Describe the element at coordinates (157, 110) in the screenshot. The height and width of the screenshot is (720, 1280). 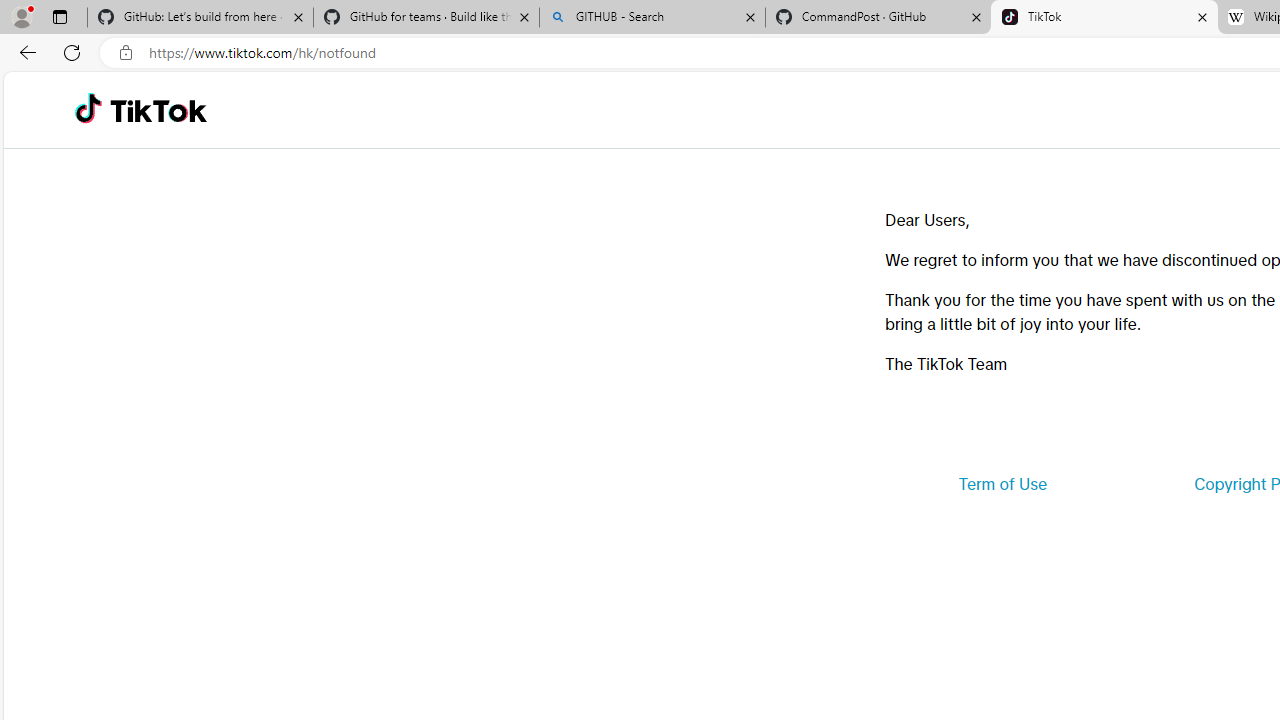
I see `'TikTok'` at that location.